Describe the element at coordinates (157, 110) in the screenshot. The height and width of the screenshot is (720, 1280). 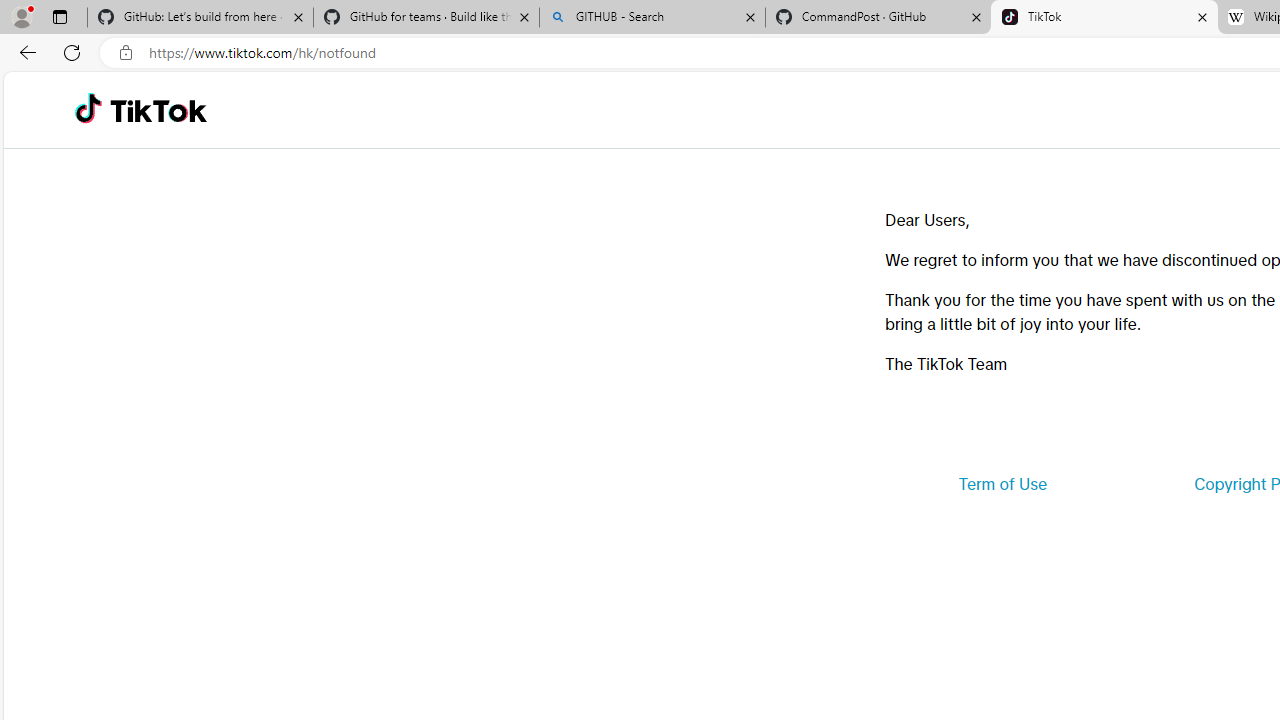
I see `'TikTok'` at that location.